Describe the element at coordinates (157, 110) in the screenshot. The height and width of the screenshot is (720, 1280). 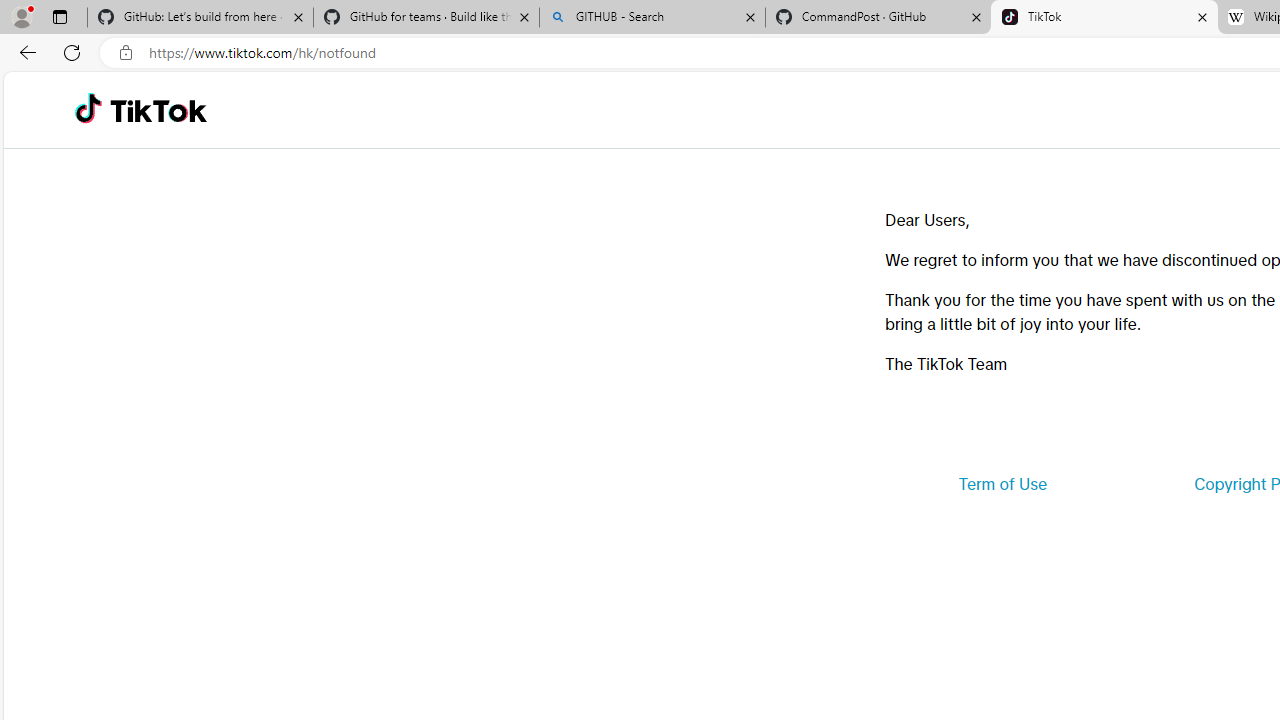
I see `'TikTok'` at that location.